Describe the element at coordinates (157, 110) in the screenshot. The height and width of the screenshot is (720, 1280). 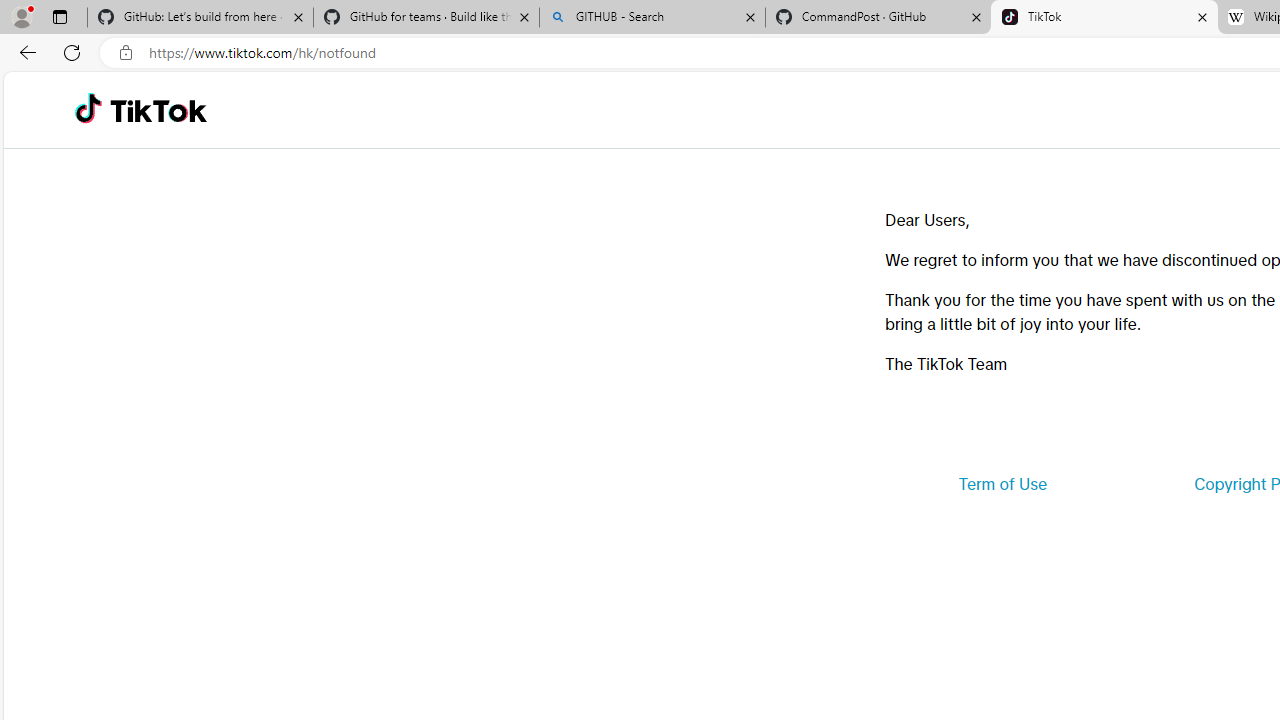
I see `'TikTok'` at that location.